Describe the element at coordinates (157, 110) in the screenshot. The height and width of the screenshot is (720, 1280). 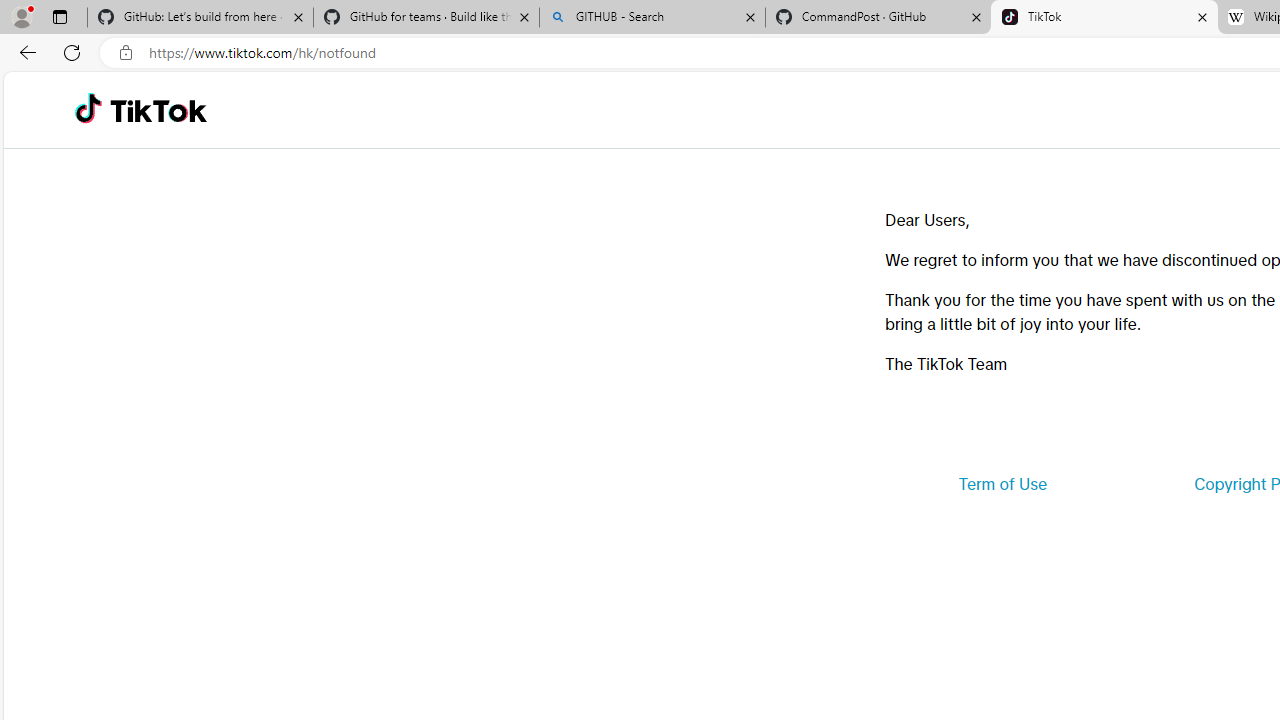
I see `'TikTok'` at that location.